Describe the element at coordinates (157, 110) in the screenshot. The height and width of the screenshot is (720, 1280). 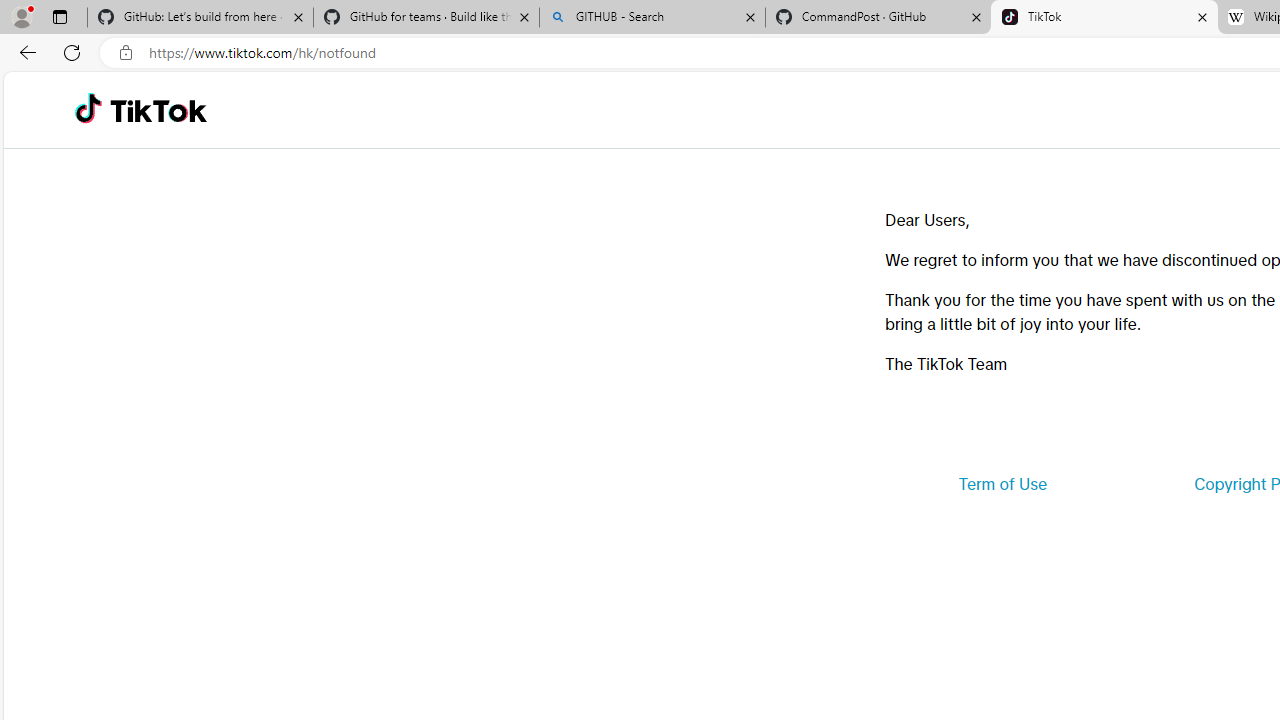
I see `'TikTok'` at that location.